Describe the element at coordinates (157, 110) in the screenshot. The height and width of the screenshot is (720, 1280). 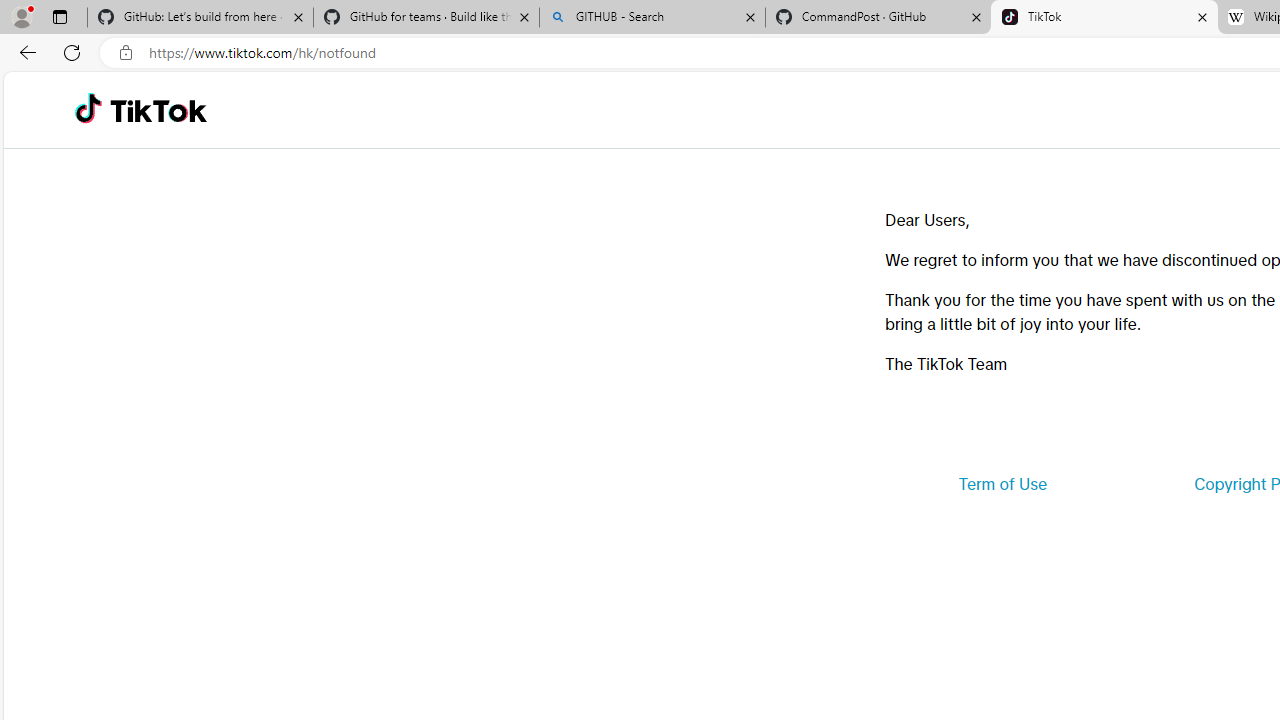
I see `'TikTok'` at that location.